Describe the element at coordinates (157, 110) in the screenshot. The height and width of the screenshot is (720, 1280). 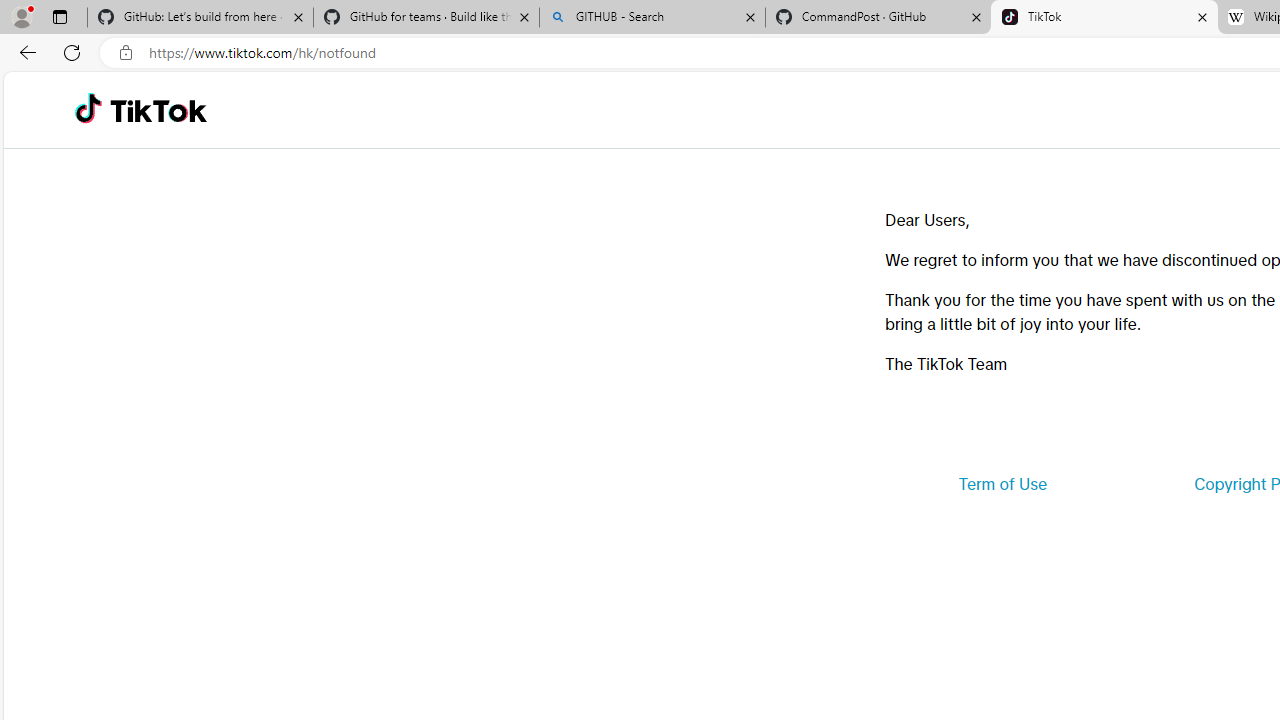
I see `'TikTok'` at that location.